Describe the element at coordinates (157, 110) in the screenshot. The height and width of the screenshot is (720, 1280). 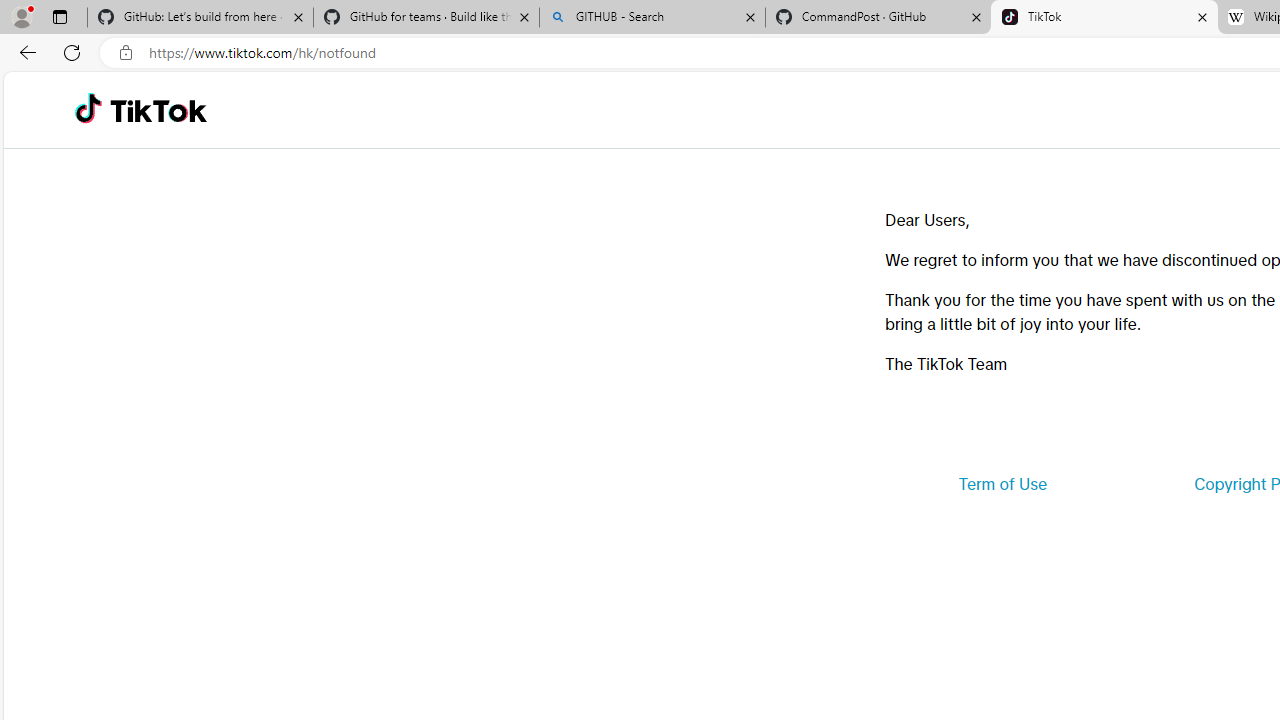
I see `'TikTok'` at that location.